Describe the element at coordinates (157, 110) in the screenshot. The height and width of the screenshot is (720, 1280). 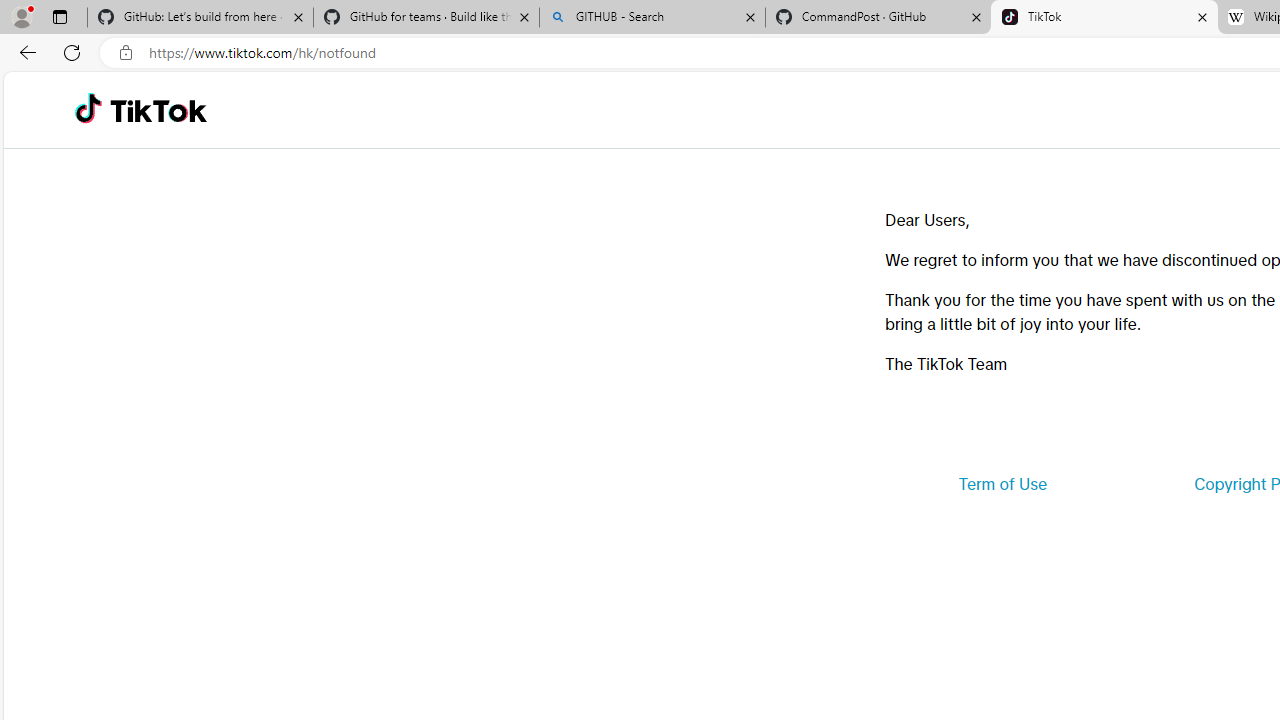
I see `'TikTok'` at that location.